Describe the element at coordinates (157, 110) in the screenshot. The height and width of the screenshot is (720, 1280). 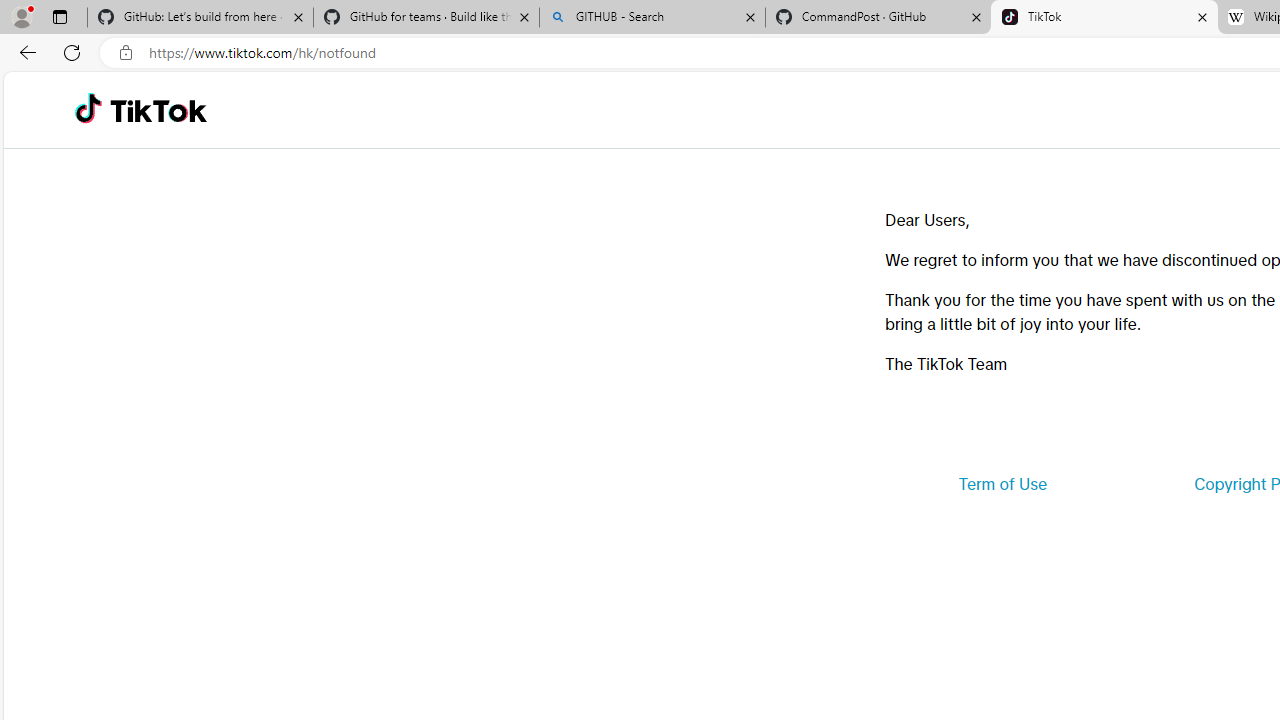
I see `'TikTok'` at that location.